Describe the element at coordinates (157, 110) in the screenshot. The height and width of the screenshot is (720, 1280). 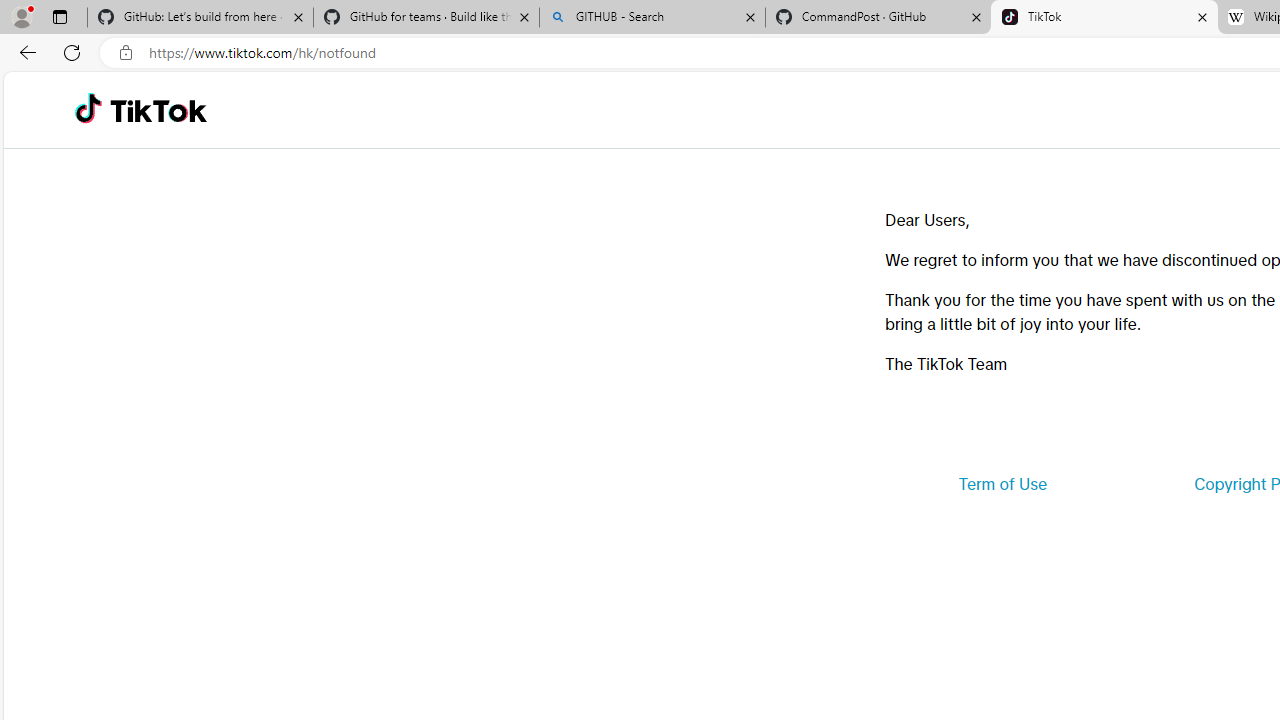
I see `'TikTok'` at that location.